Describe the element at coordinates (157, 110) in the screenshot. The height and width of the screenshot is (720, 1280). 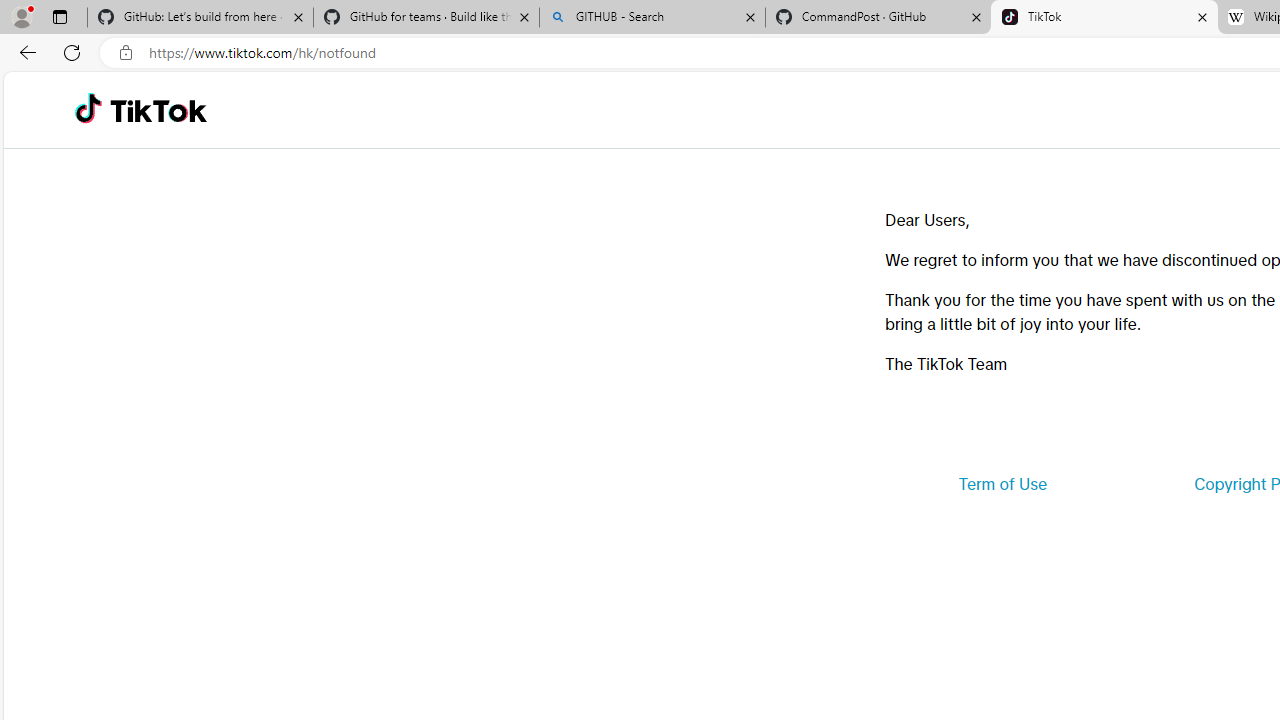
I see `'TikTok'` at that location.